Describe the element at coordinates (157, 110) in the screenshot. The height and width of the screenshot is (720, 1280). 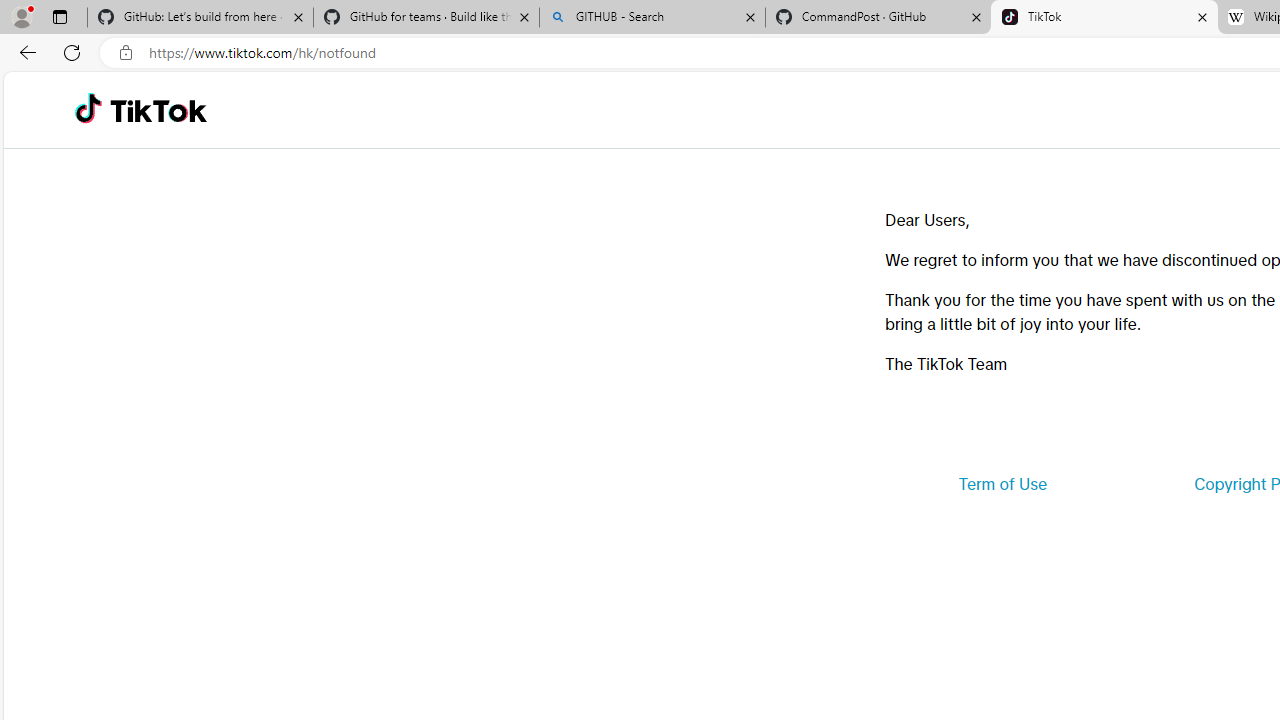
I see `'TikTok'` at that location.